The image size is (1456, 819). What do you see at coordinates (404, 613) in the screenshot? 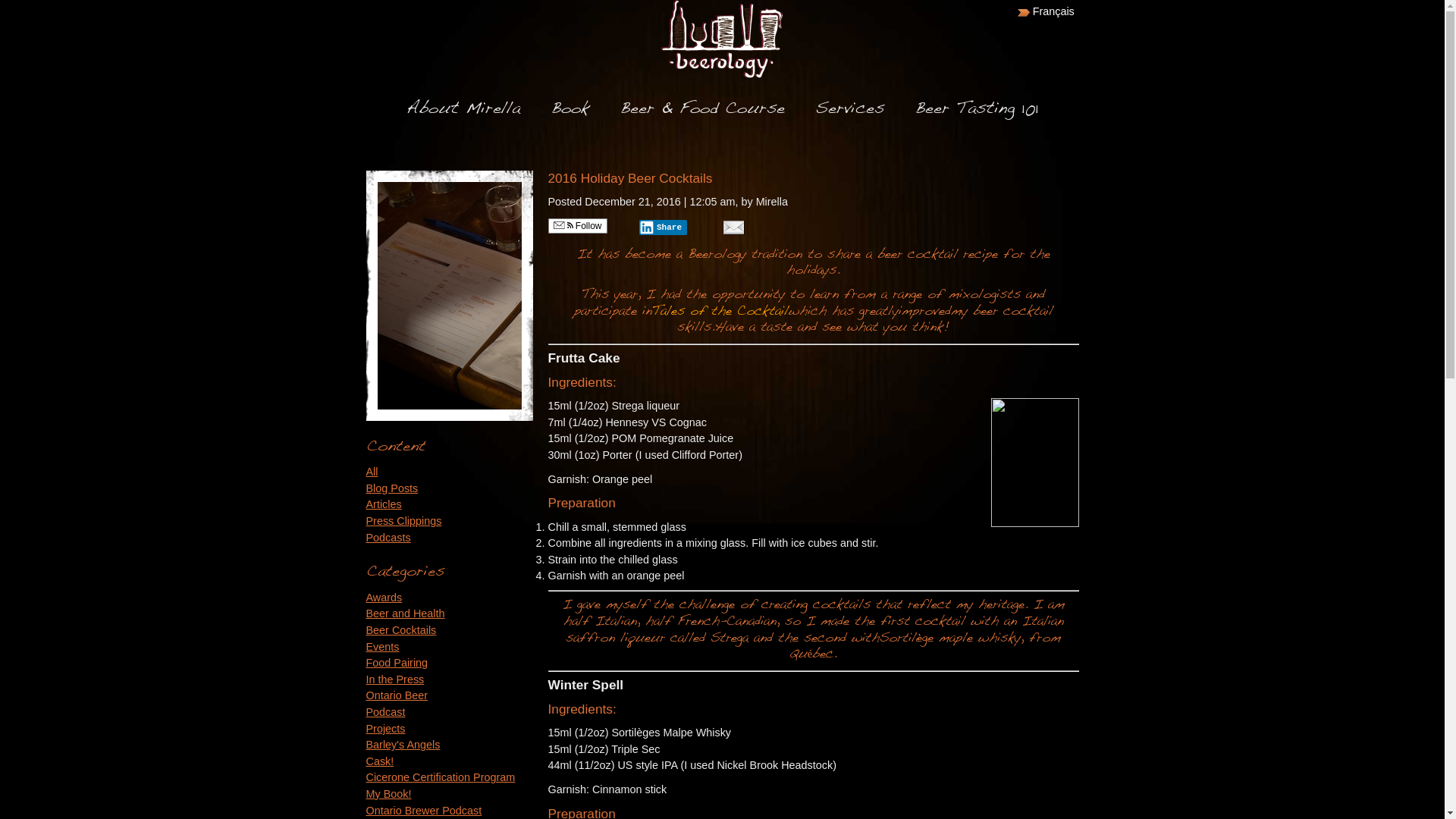
I see `'Beer and Health'` at bounding box center [404, 613].